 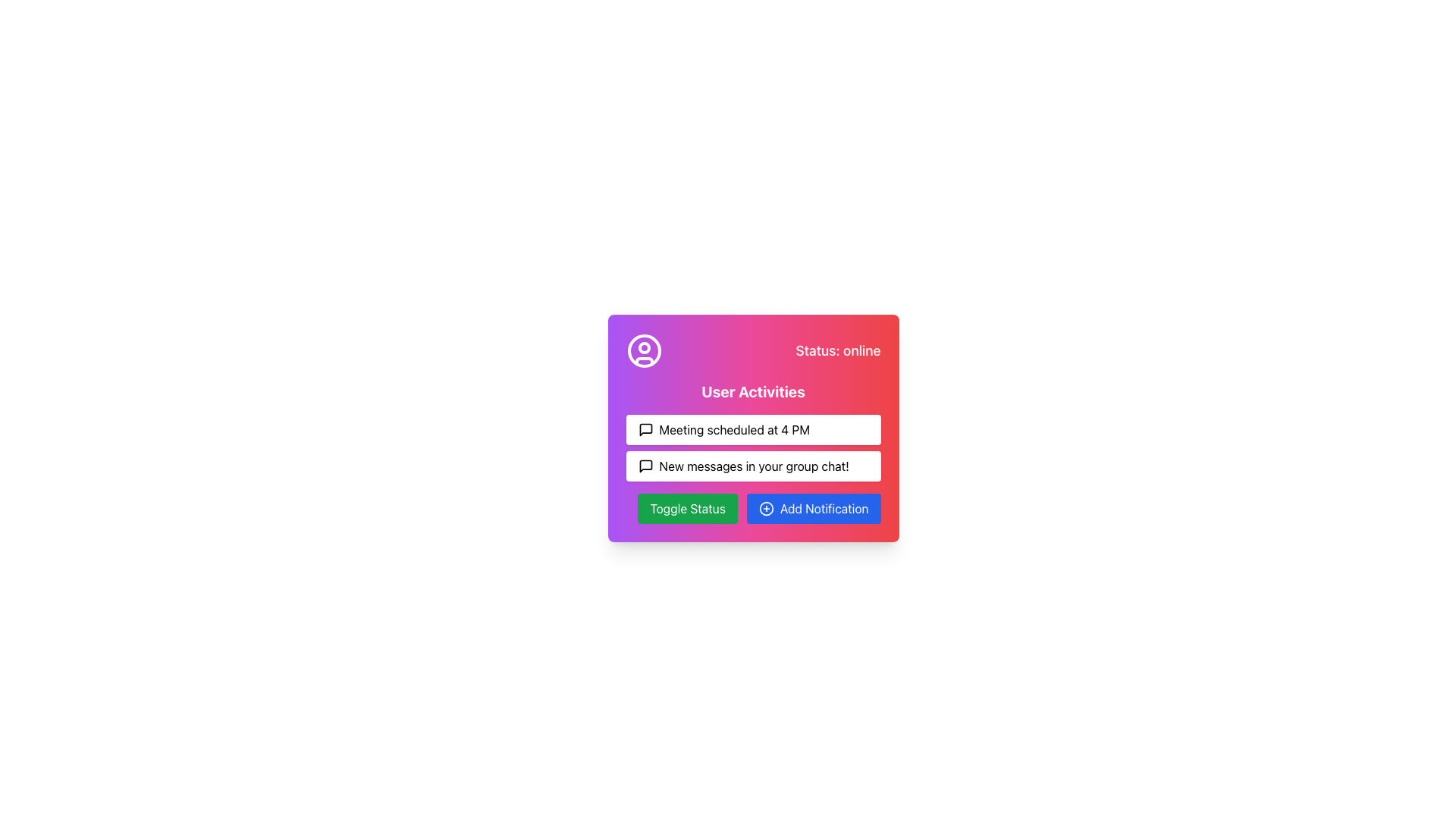 I want to click on the first button on the left in the horizontally structured group of controls at the bottom of the card component, so click(x=687, y=509).